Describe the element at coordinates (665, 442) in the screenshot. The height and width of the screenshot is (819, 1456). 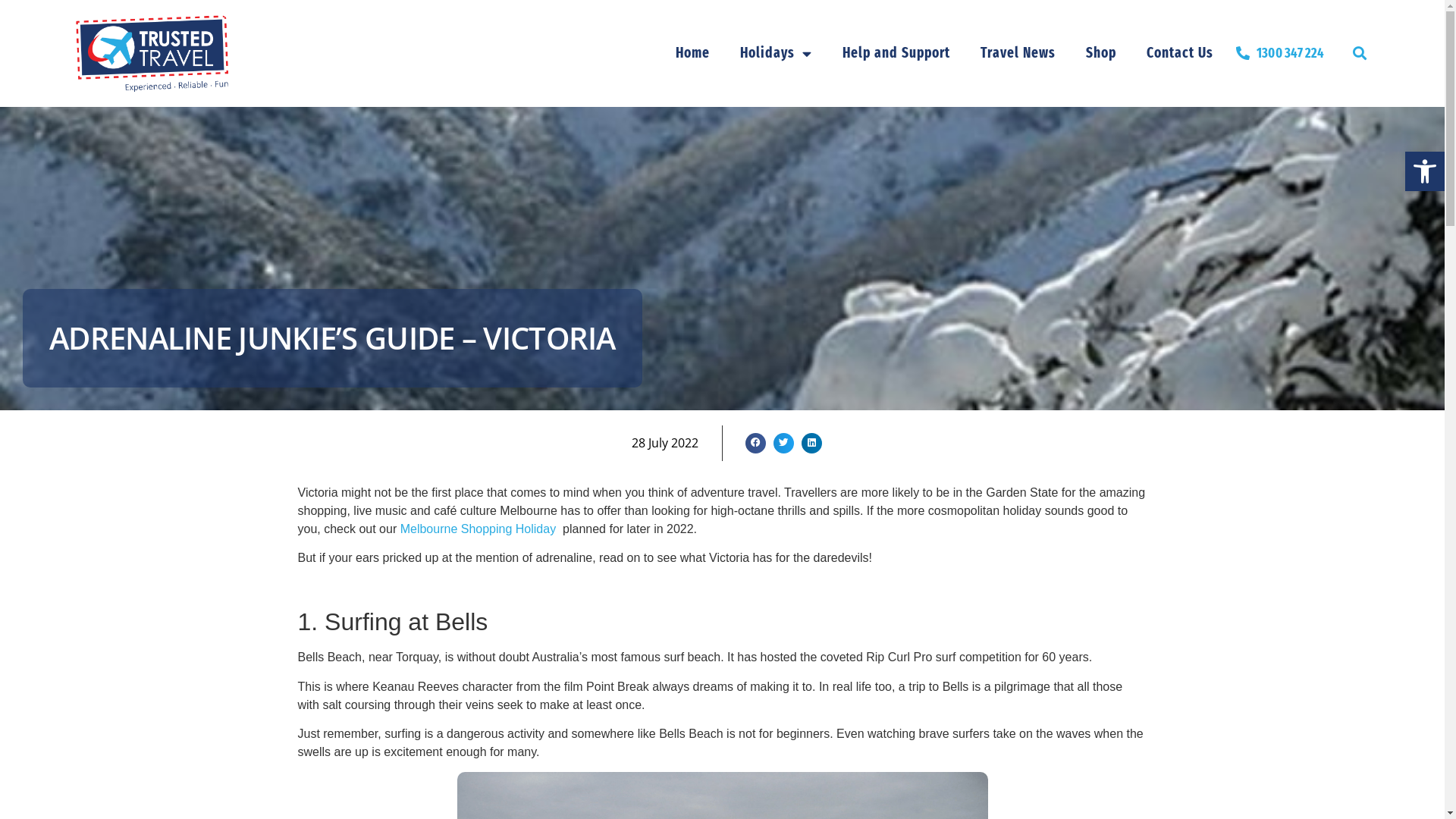
I see `'28 July 2022'` at that location.